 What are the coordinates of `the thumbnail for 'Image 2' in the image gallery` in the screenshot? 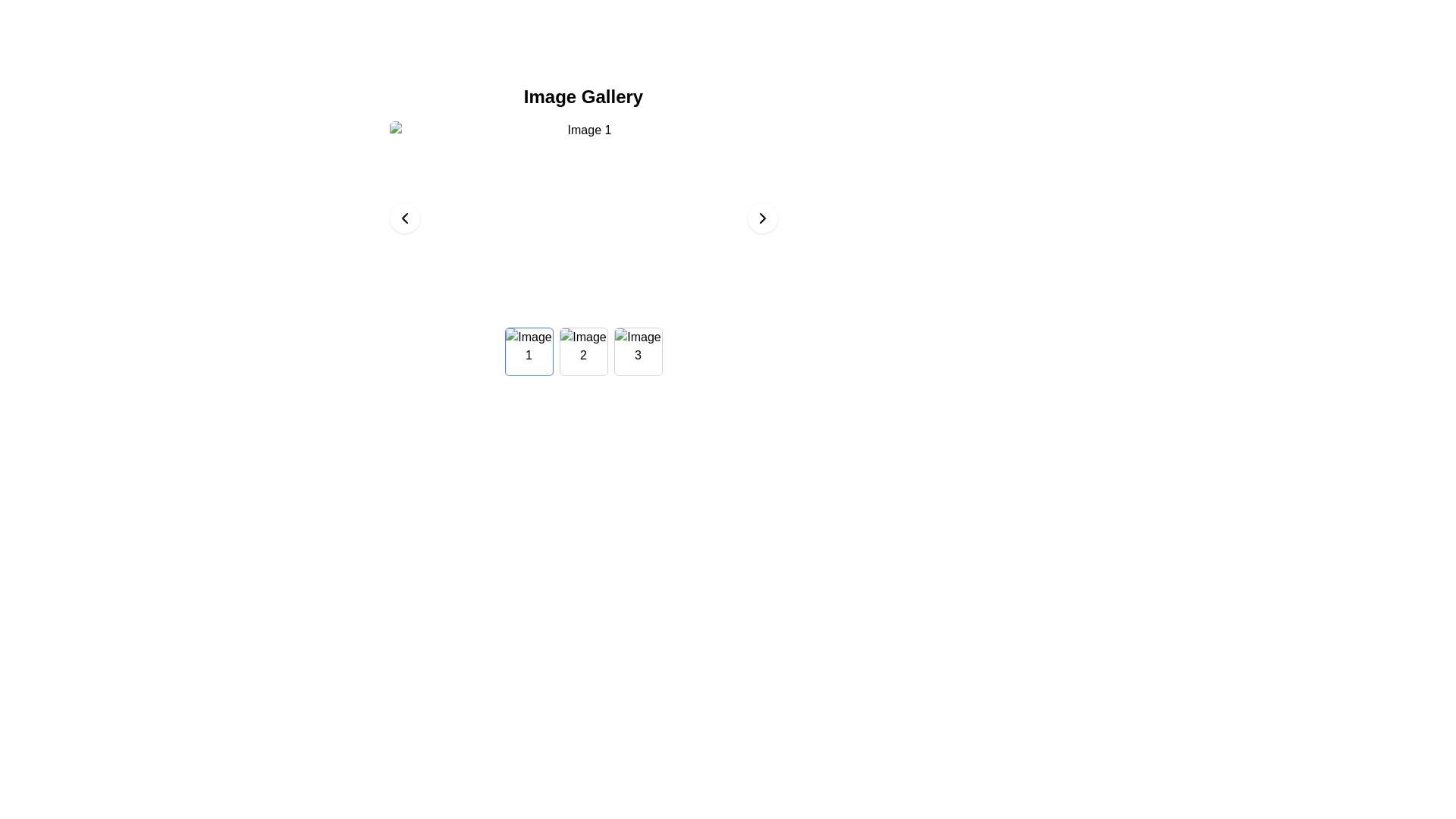 It's located at (582, 351).